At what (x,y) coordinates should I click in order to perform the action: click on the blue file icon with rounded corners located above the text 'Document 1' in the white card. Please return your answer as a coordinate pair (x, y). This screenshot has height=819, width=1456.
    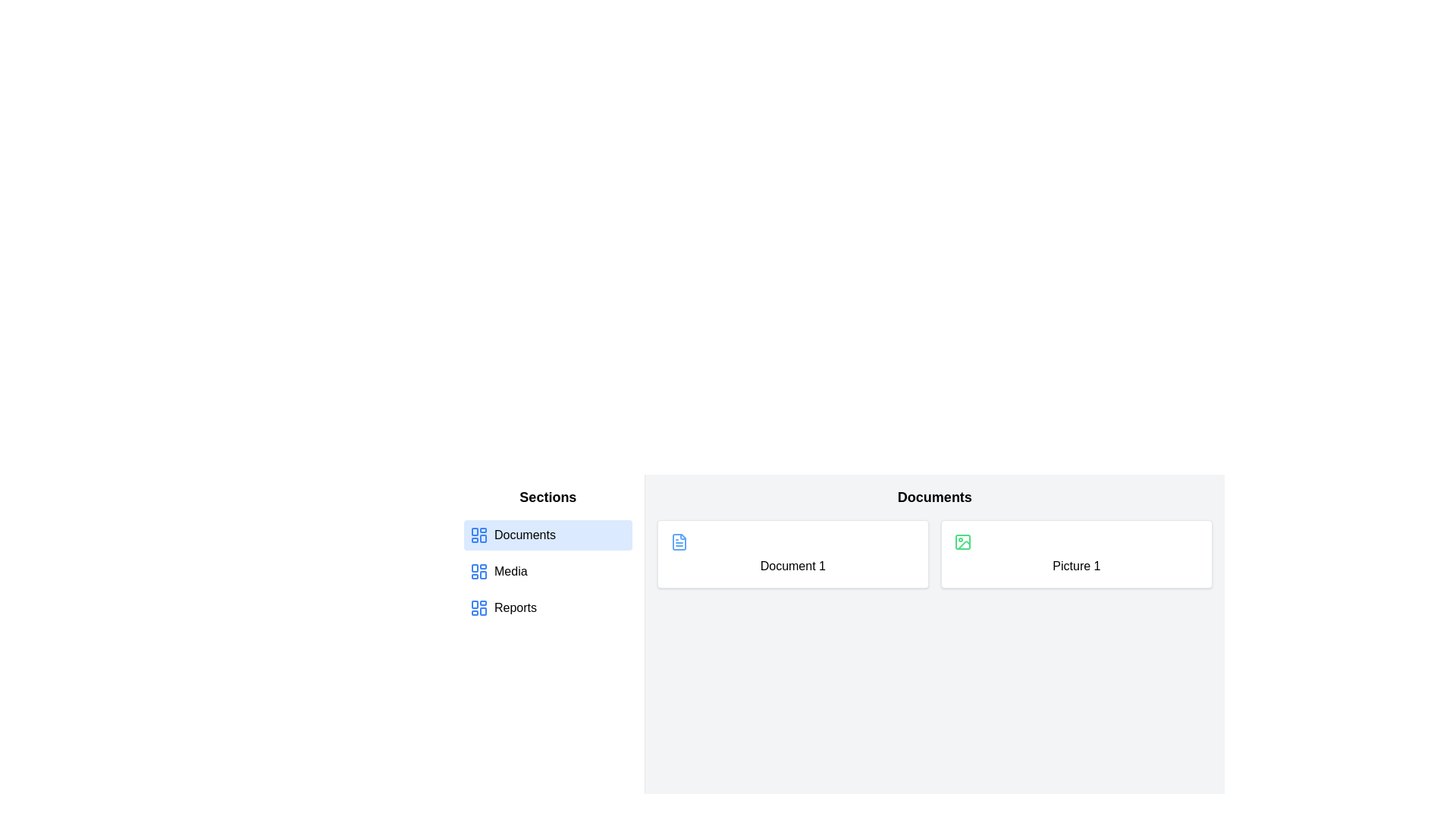
    Looking at the image, I should click on (678, 541).